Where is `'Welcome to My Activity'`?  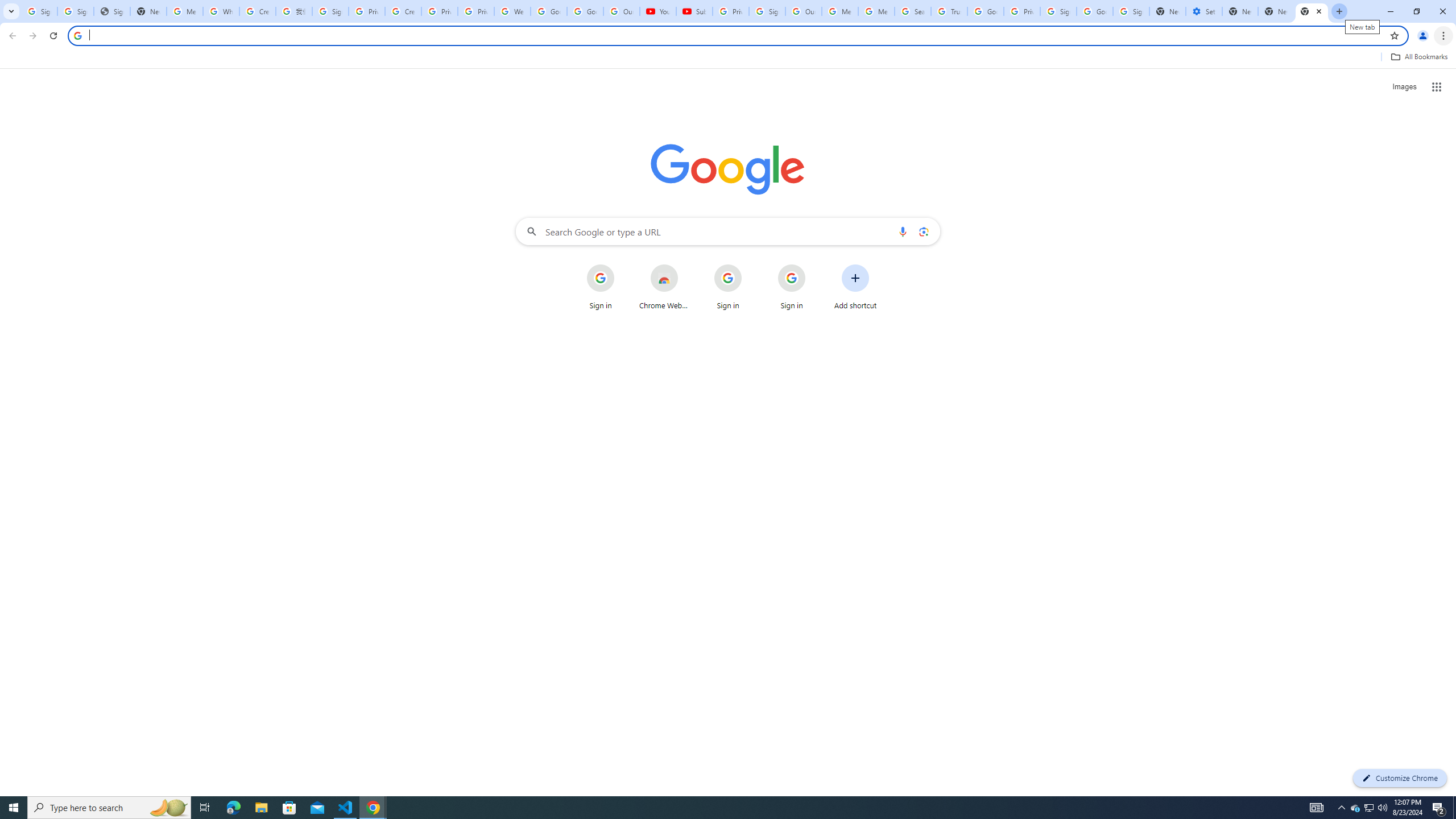
'Welcome to My Activity' is located at coordinates (512, 11).